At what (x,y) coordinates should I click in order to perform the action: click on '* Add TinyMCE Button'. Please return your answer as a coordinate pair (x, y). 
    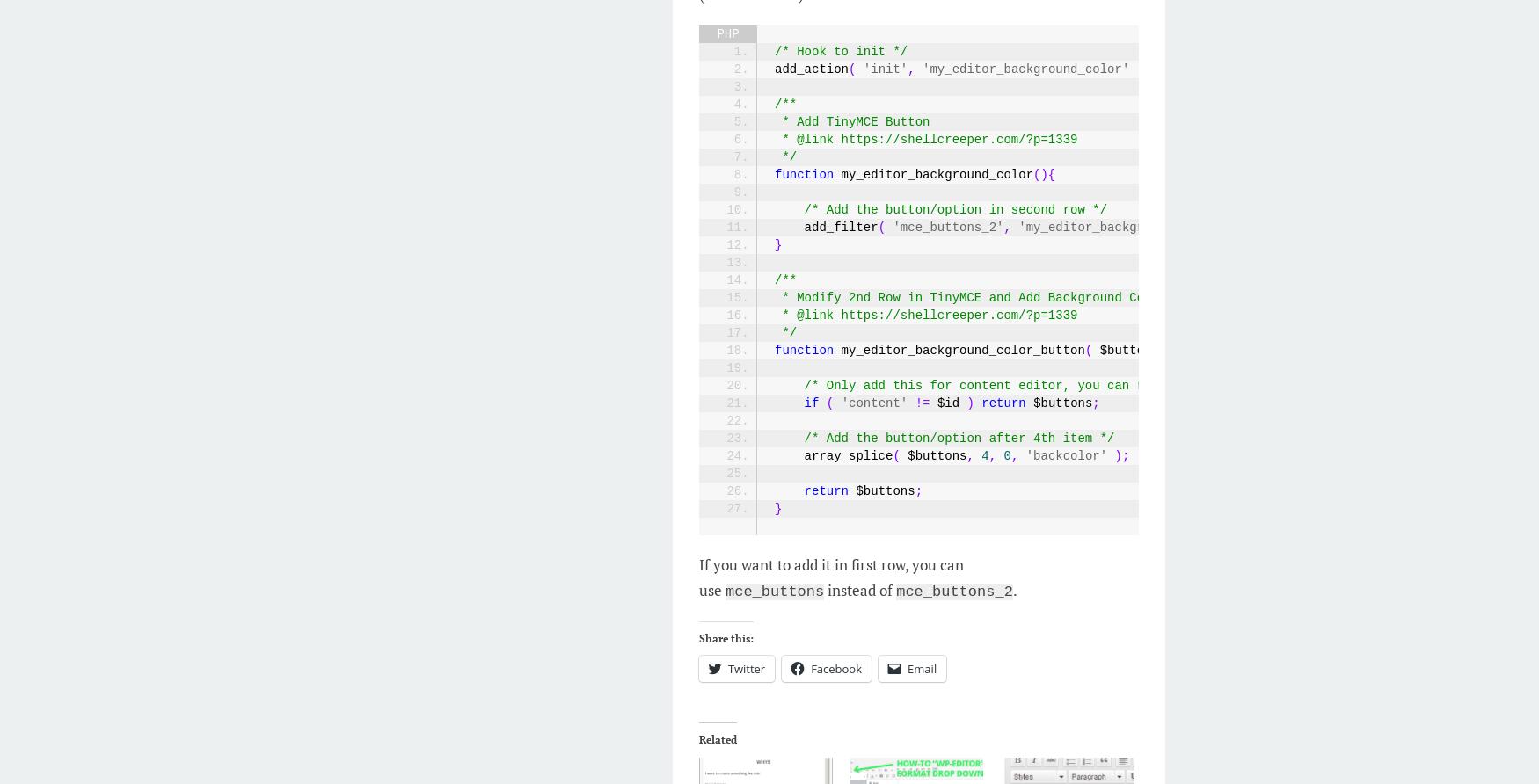
    Looking at the image, I should click on (773, 120).